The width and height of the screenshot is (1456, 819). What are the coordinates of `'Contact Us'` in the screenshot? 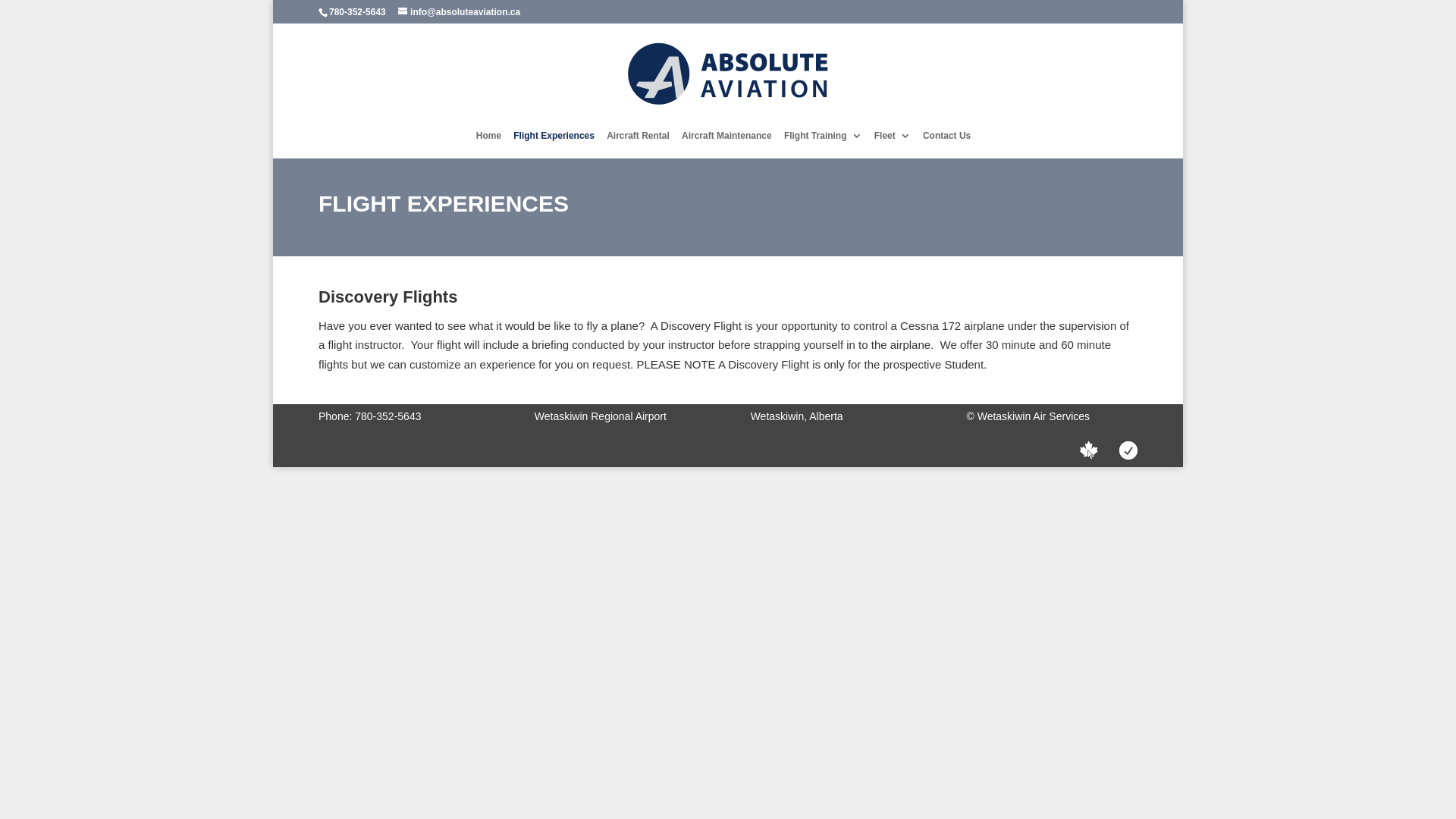 It's located at (946, 145).